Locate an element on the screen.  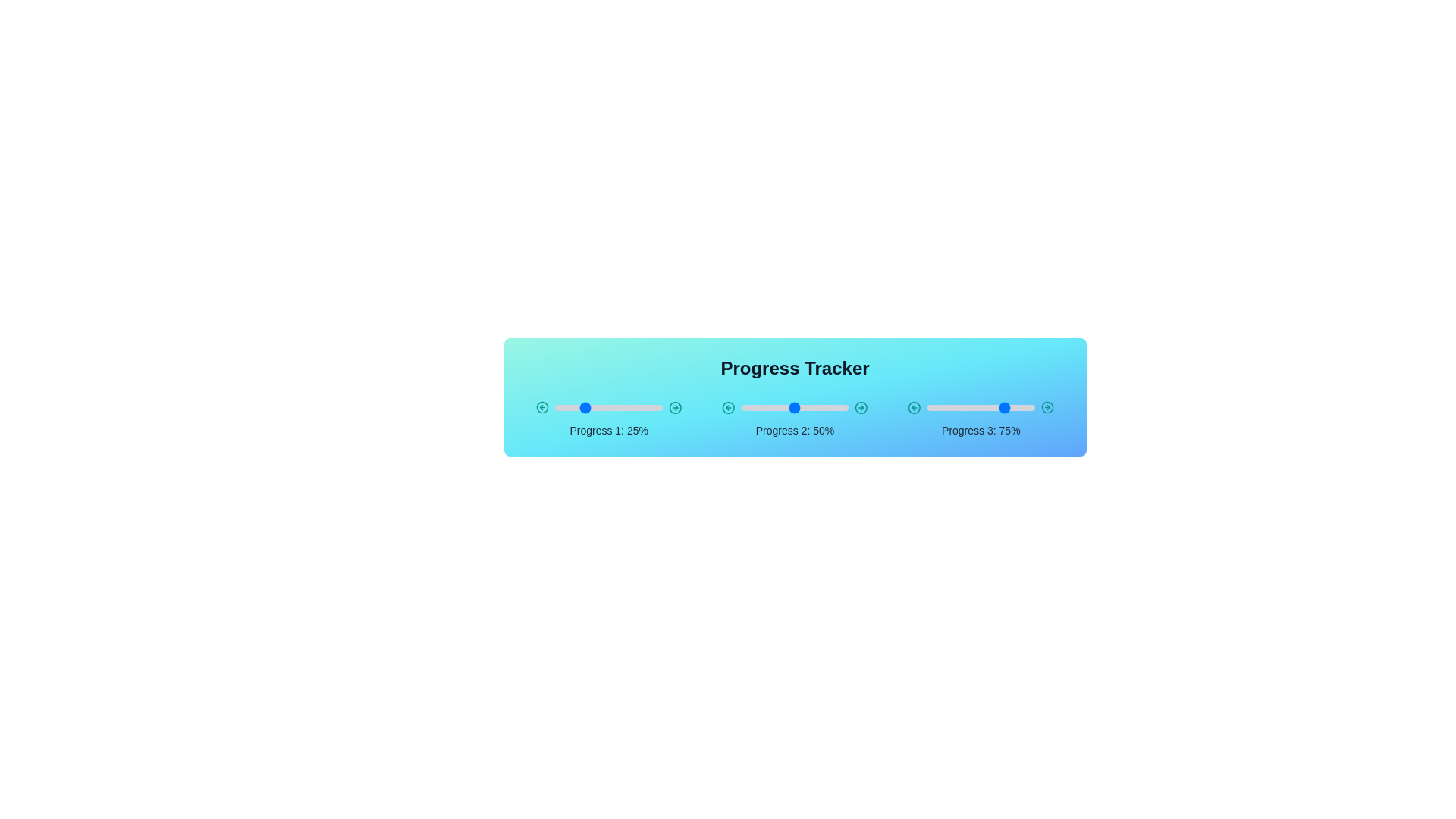
the right arrow of the slider for Progress 2 is located at coordinates (861, 406).